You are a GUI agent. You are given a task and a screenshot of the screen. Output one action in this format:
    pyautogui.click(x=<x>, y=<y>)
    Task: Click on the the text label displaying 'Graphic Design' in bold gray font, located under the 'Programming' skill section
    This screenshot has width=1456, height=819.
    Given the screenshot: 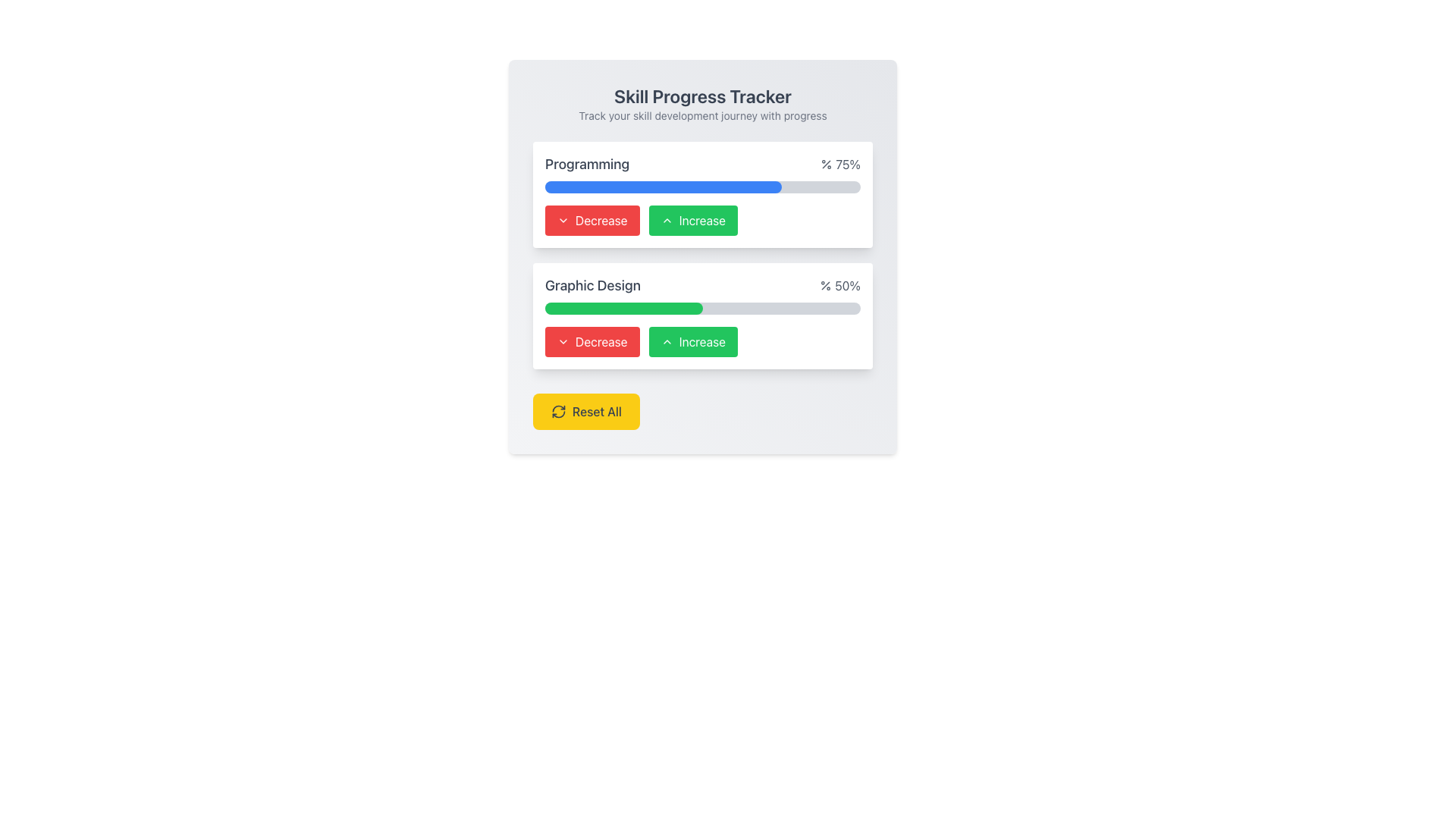 What is the action you would take?
    pyautogui.click(x=592, y=286)
    